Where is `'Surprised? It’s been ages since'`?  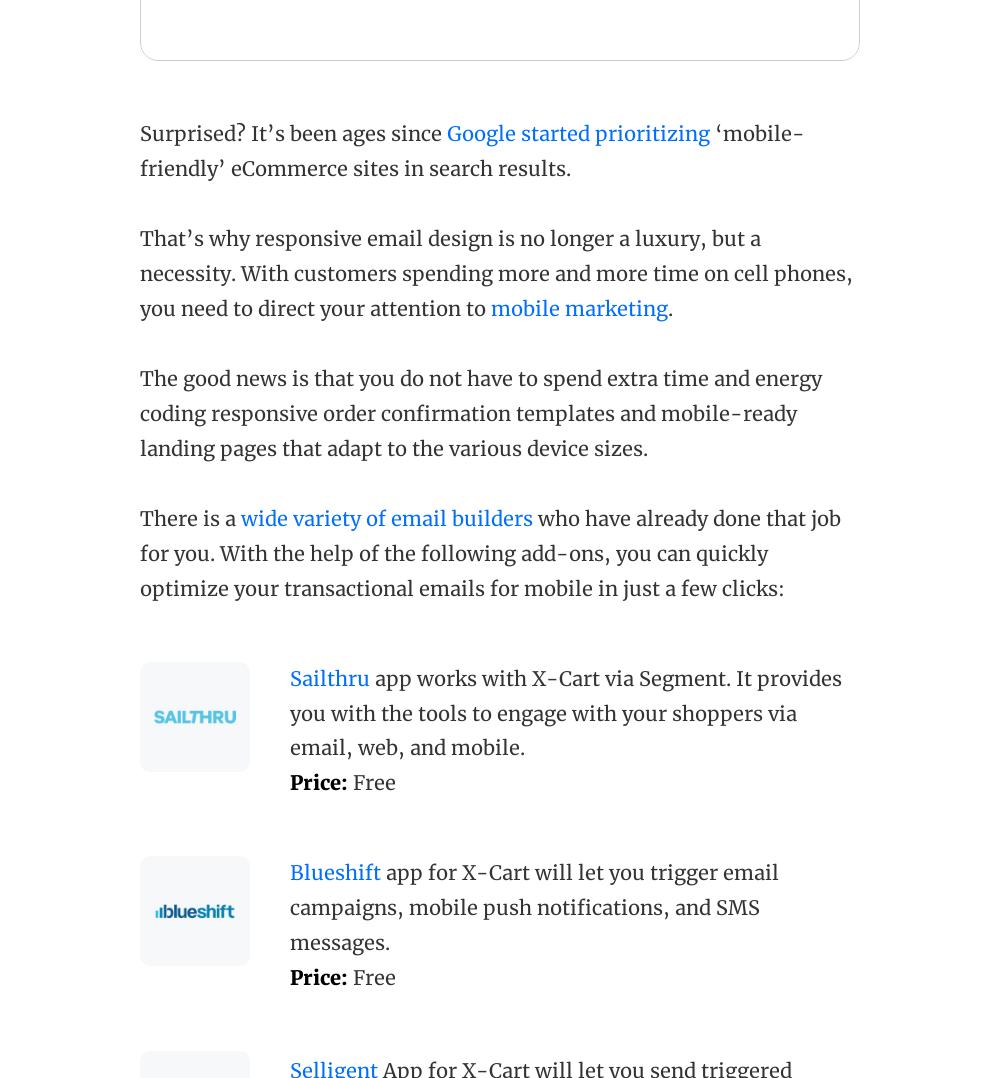
'Surprised? It’s been ages since' is located at coordinates (293, 132).